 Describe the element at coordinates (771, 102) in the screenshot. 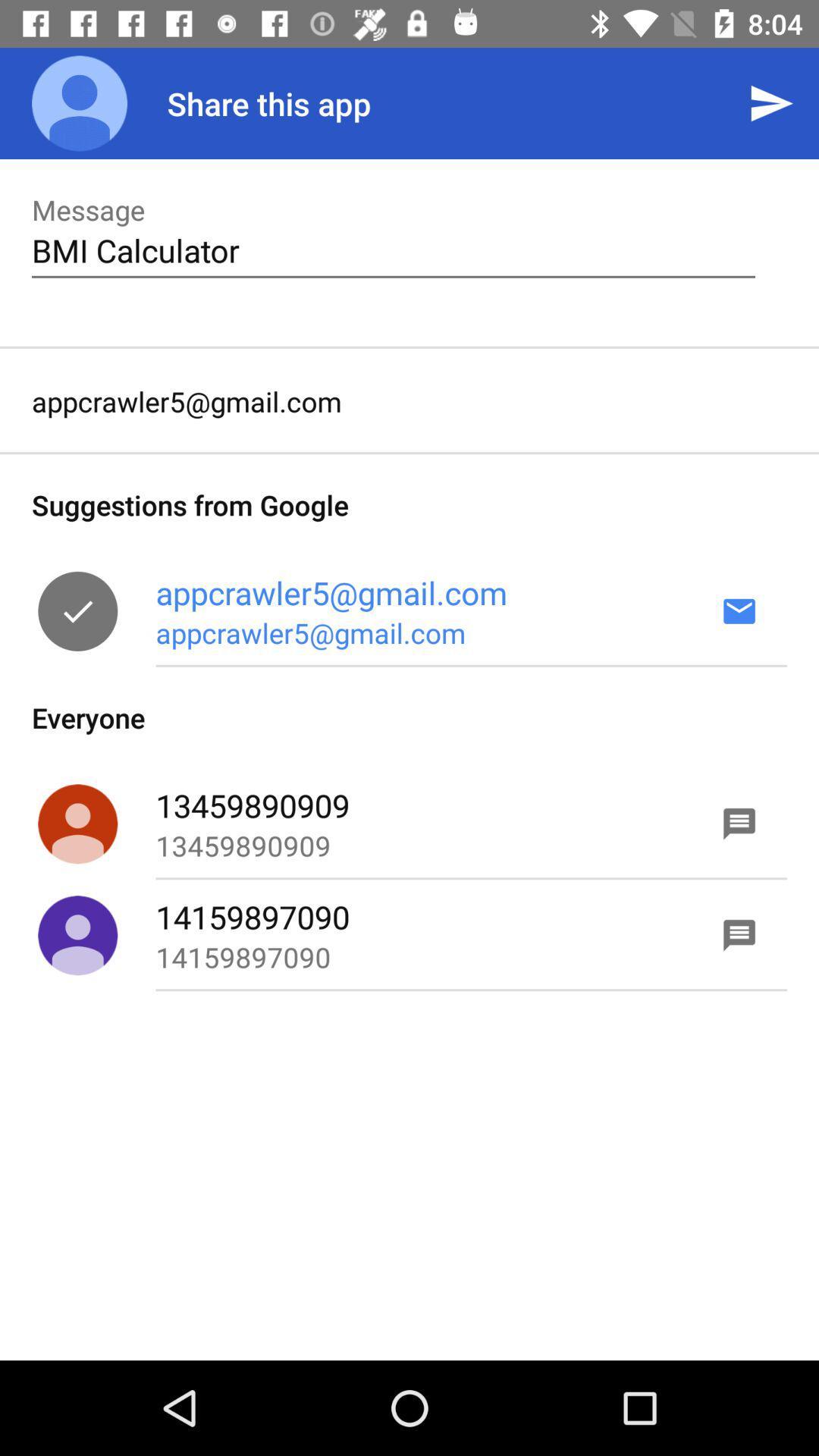

I see `the icon above the bmi calculator  item` at that location.